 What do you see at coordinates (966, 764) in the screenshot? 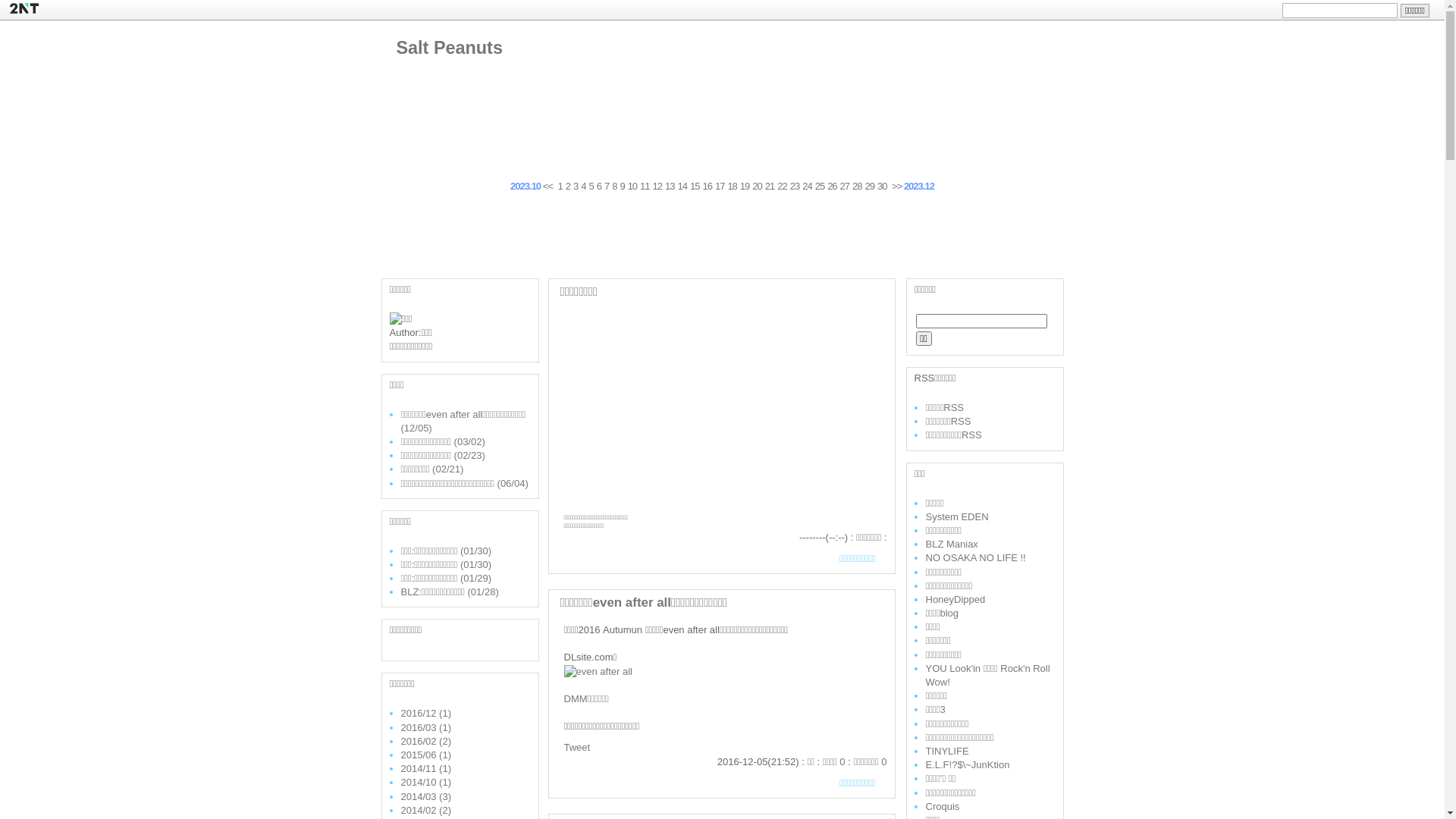
I see `'E.L.F!?$\~JunKtion'` at bounding box center [966, 764].